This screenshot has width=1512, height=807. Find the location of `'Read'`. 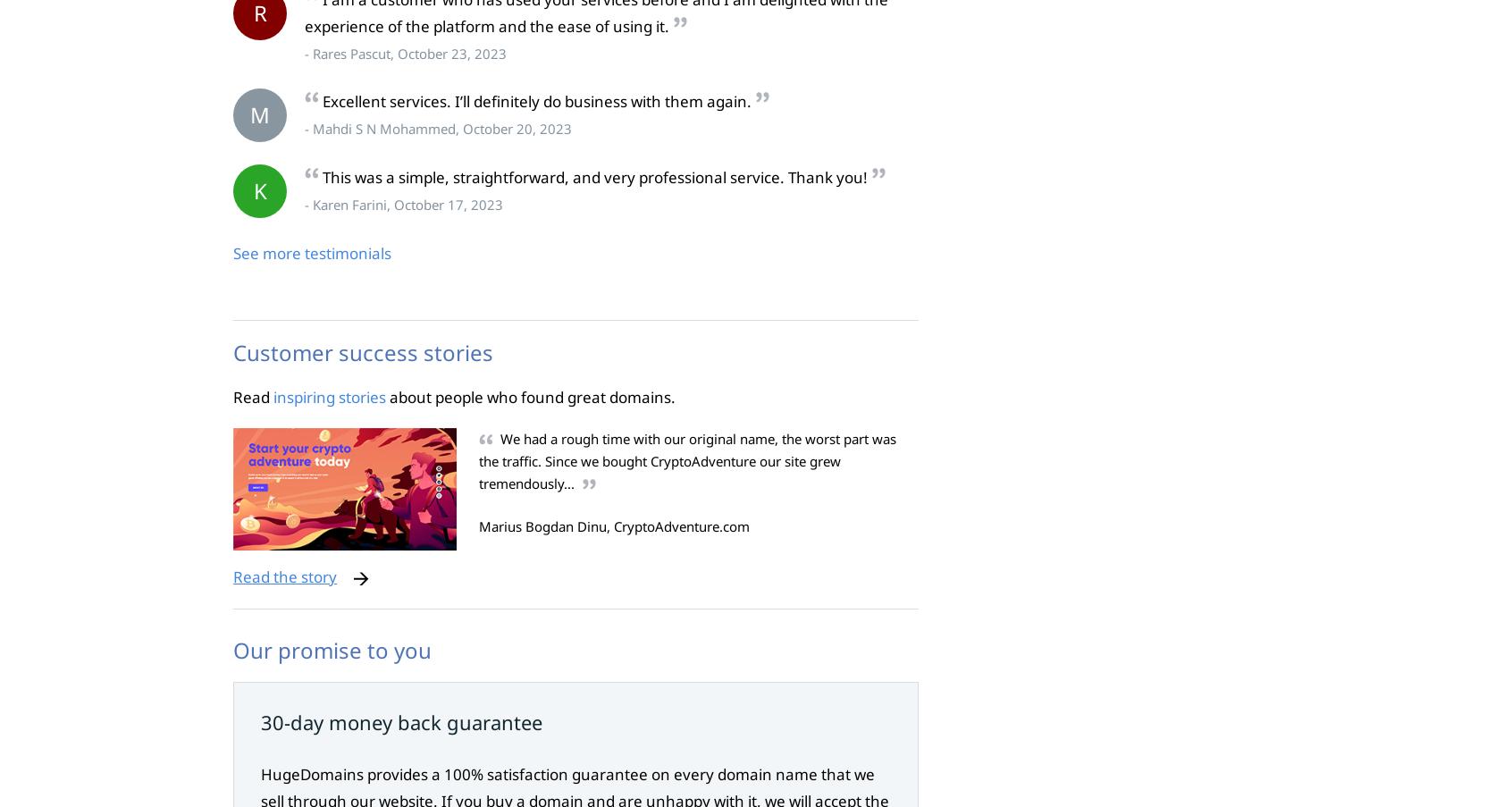

'Read' is located at coordinates (252, 395).